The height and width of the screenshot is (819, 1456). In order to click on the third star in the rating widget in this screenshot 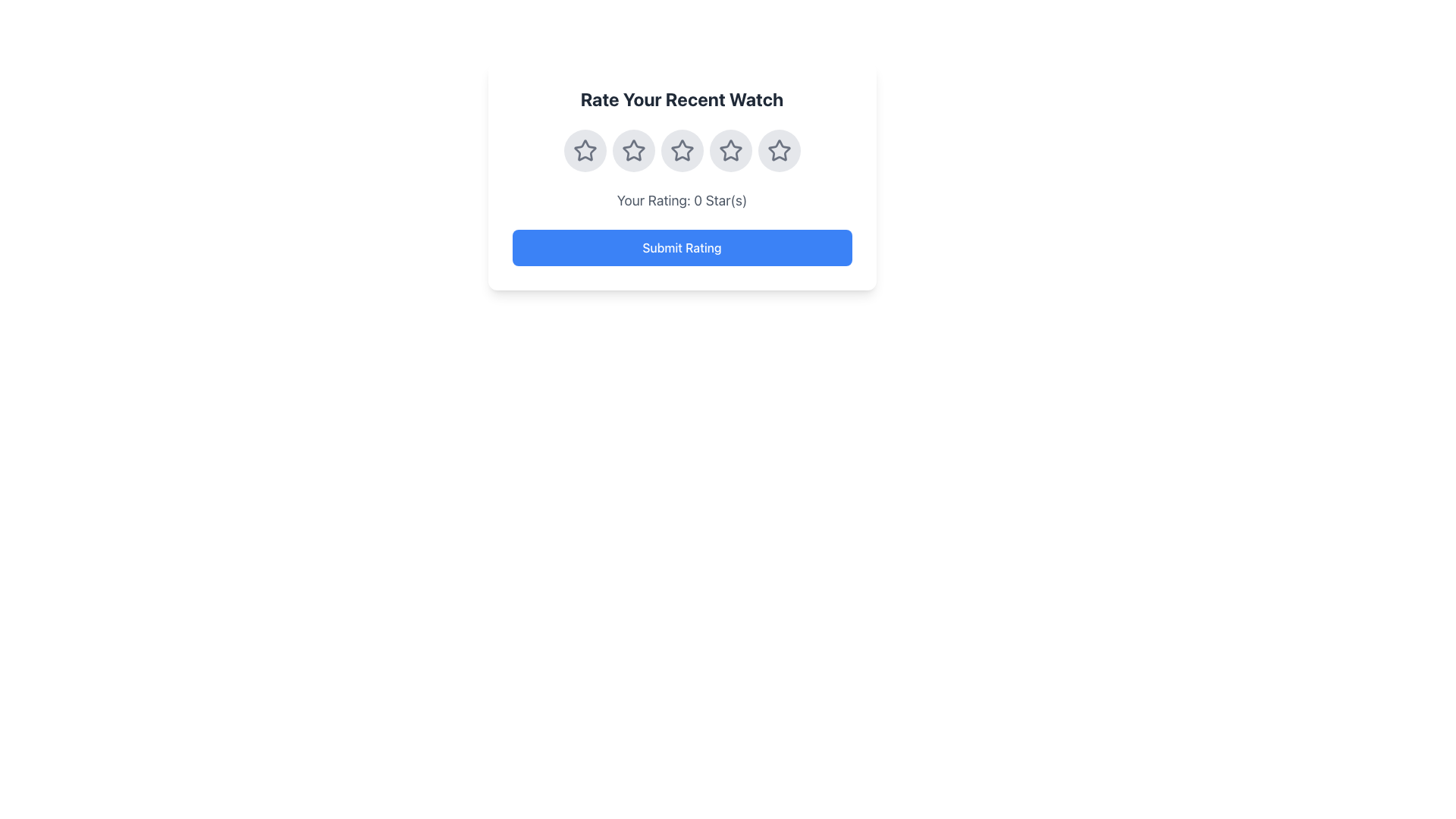, I will do `click(681, 150)`.